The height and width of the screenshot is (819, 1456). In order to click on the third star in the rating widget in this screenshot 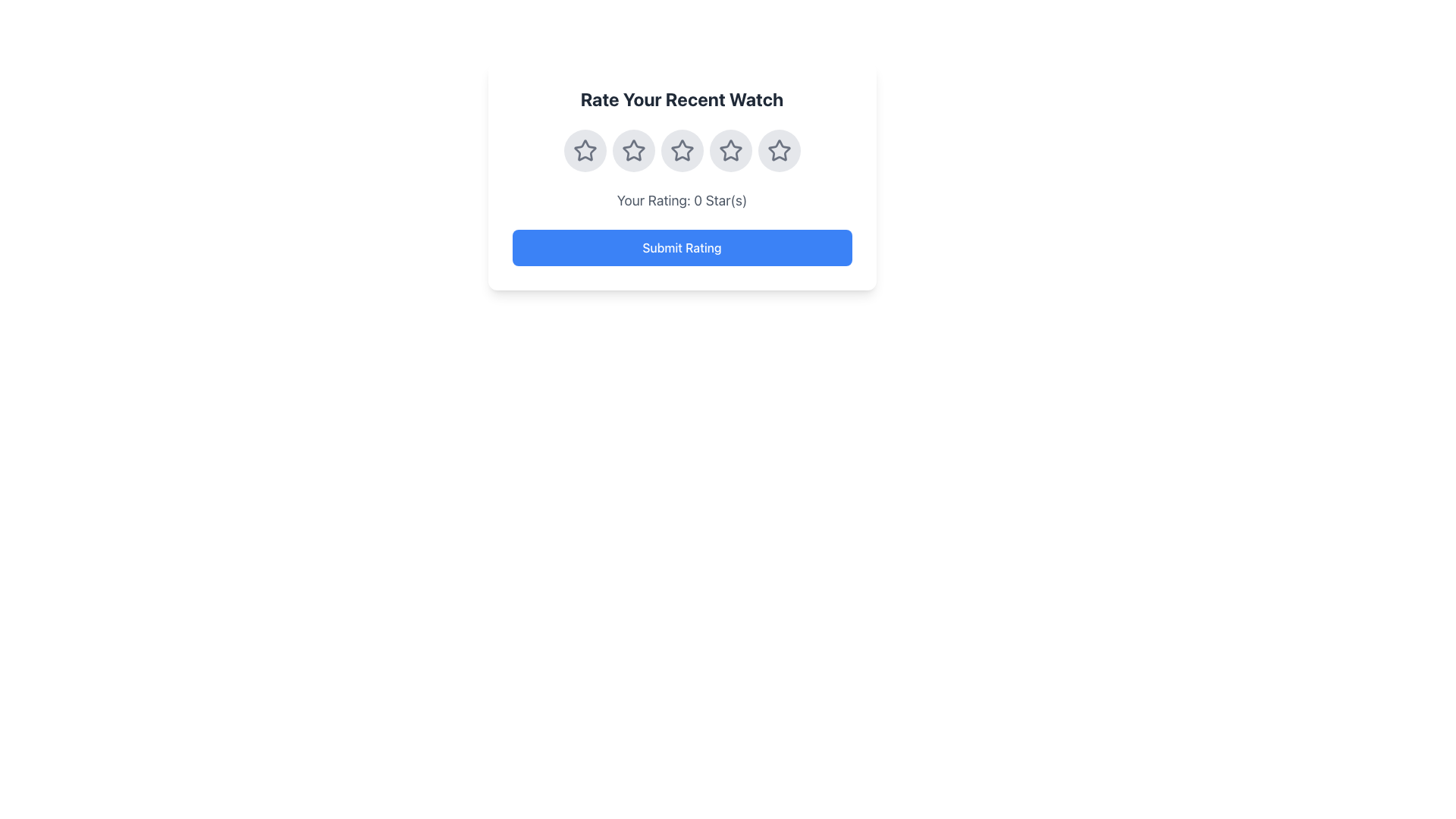, I will do `click(681, 150)`.